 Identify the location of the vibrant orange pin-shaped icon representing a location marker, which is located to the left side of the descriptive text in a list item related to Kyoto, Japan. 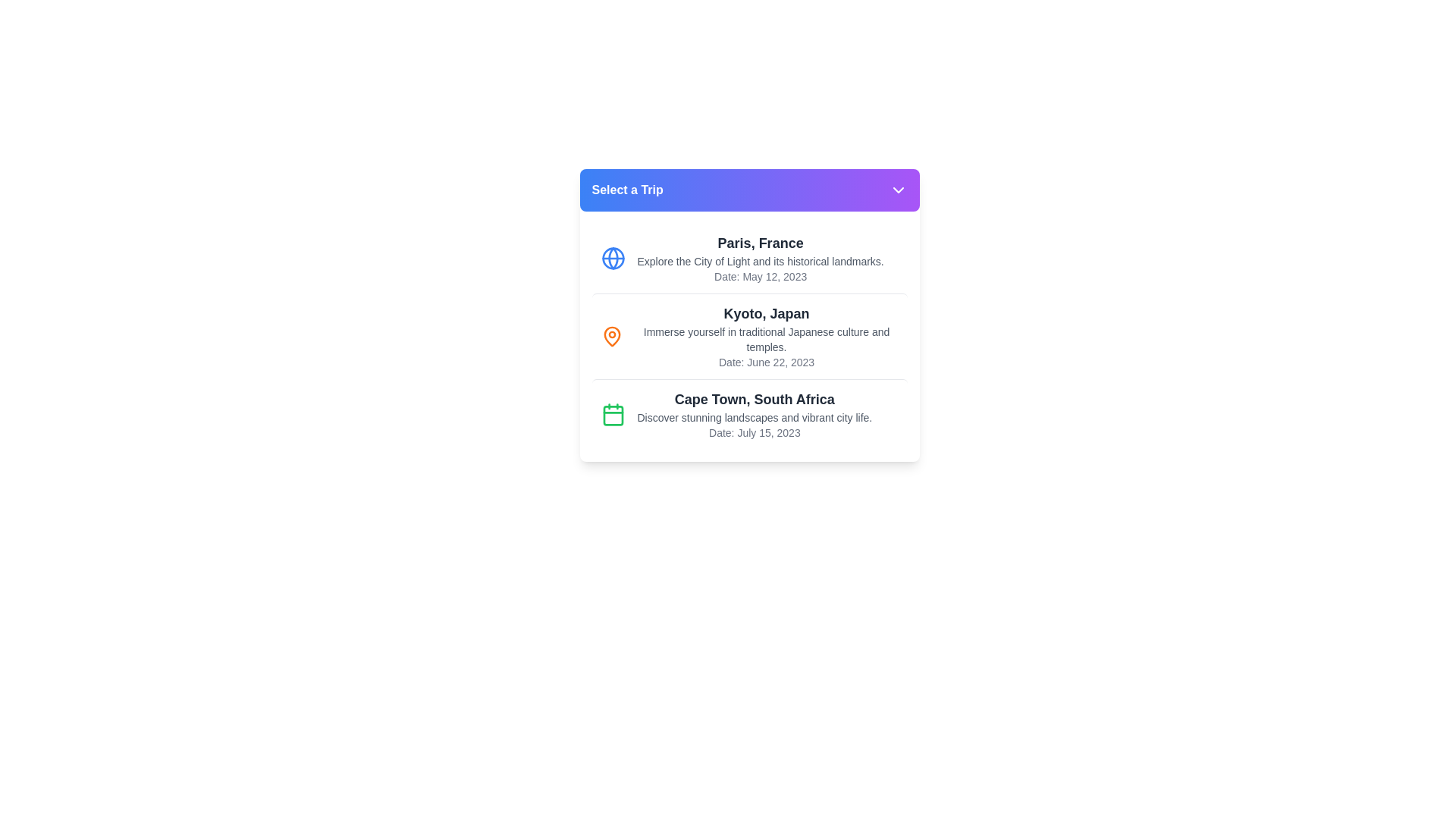
(611, 335).